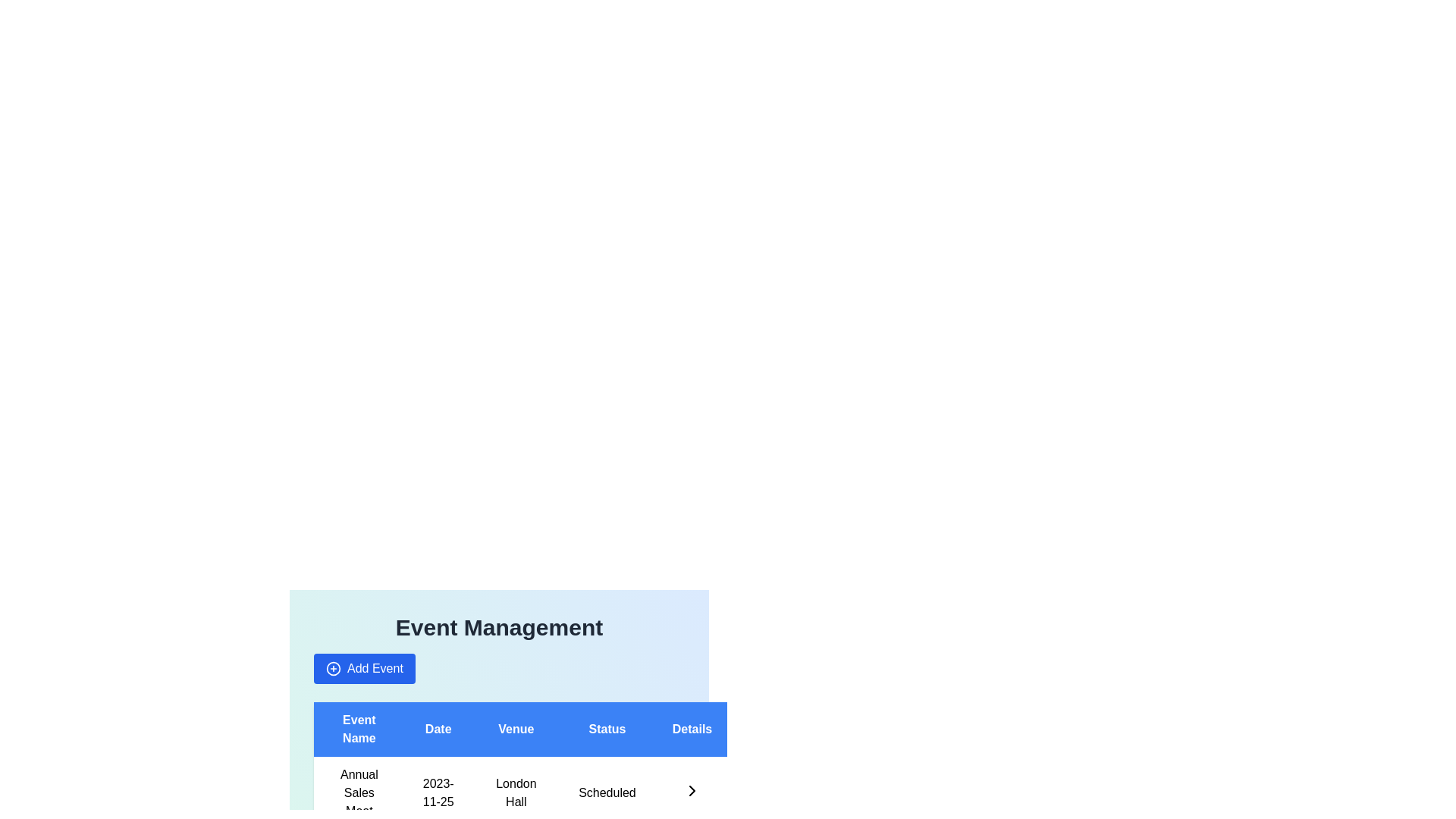  Describe the element at coordinates (516, 728) in the screenshot. I see `the 'Venue' label which is the third item in a horizontal row of five buttons, positioned between 'Date' and 'Status'` at that location.